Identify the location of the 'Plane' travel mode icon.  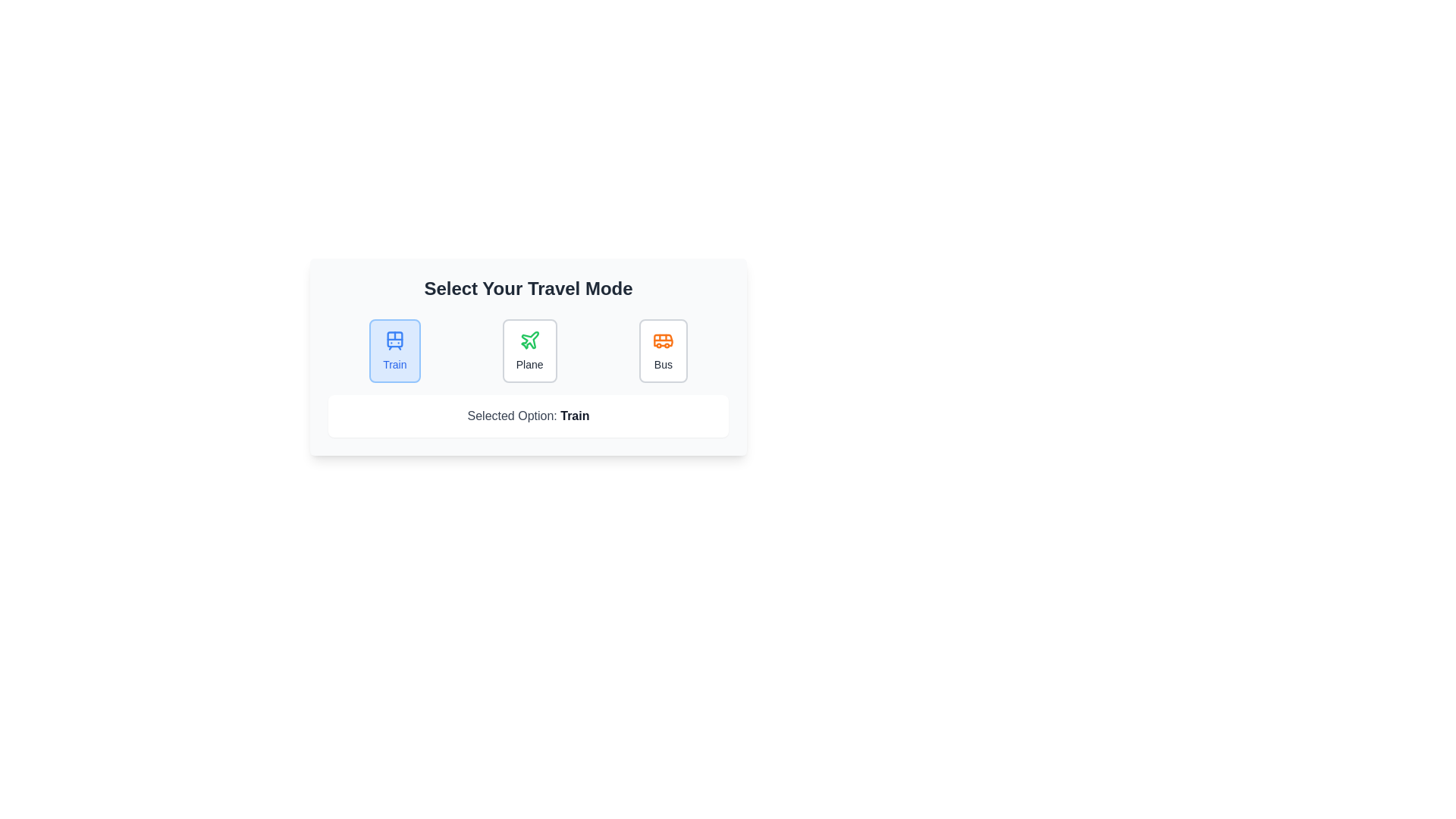
(529, 339).